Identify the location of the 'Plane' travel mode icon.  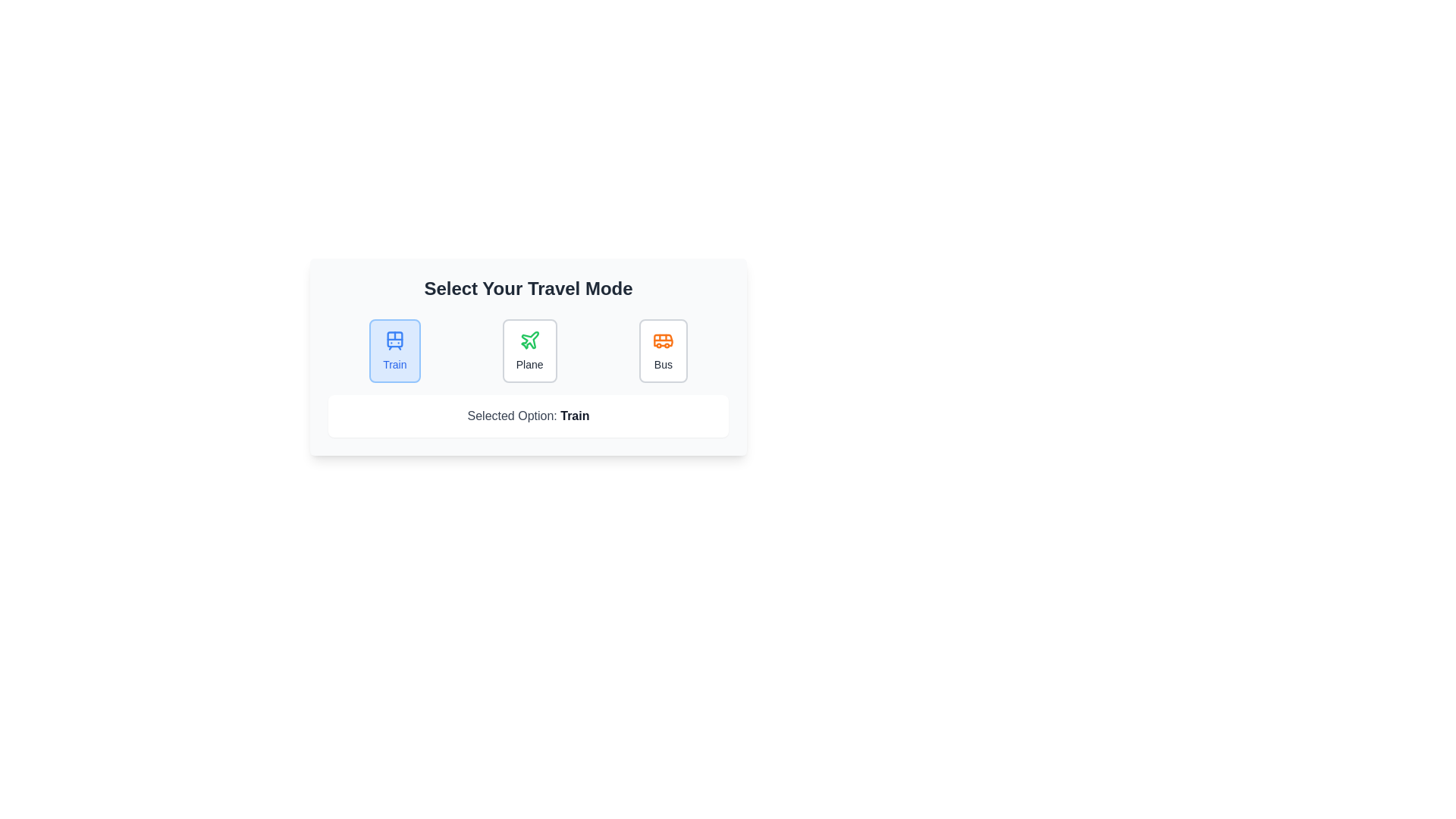
(529, 339).